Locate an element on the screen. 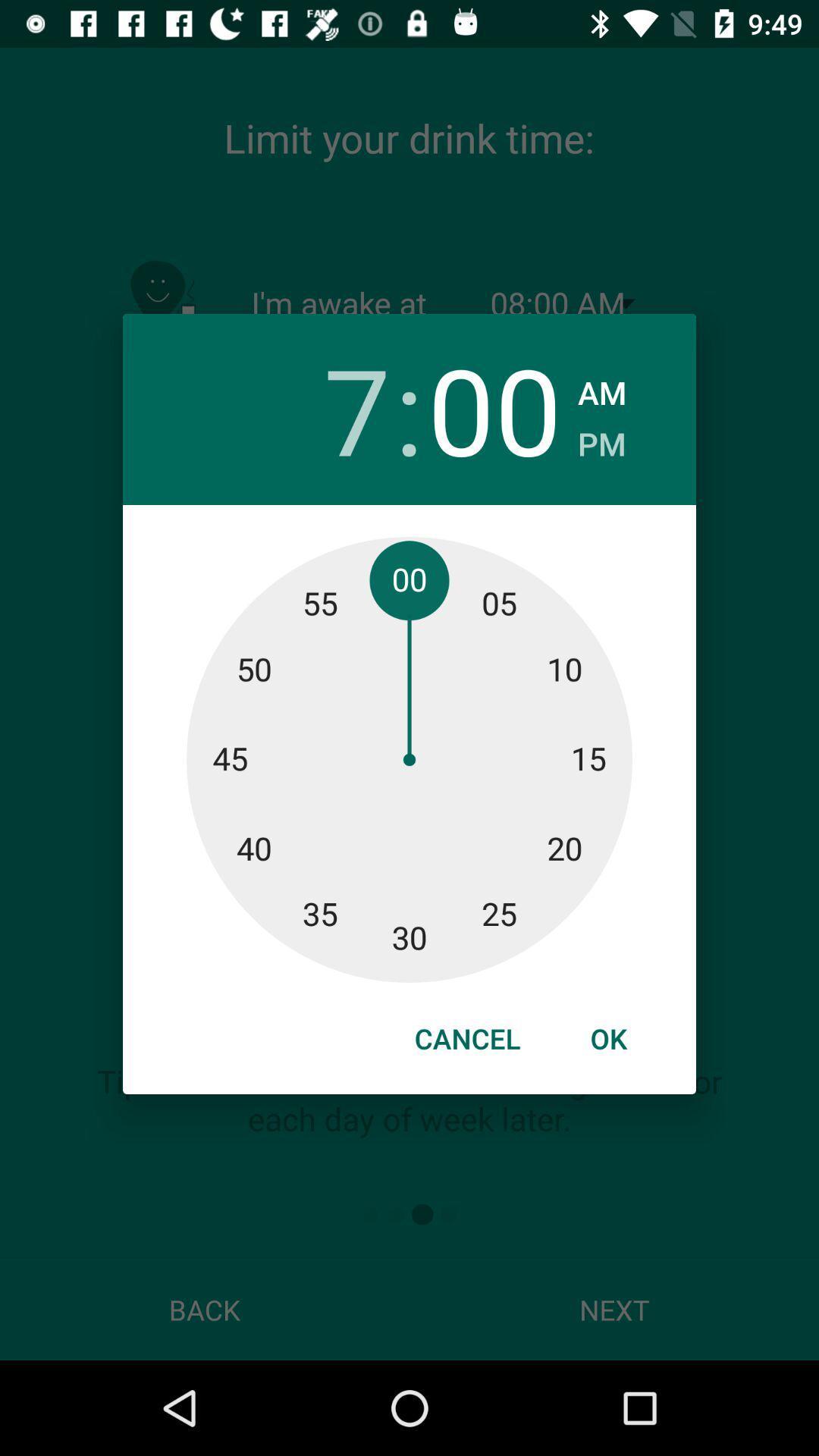 This screenshot has width=819, height=1456. the icon at the bottom right corner is located at coordinates (607, 1037).